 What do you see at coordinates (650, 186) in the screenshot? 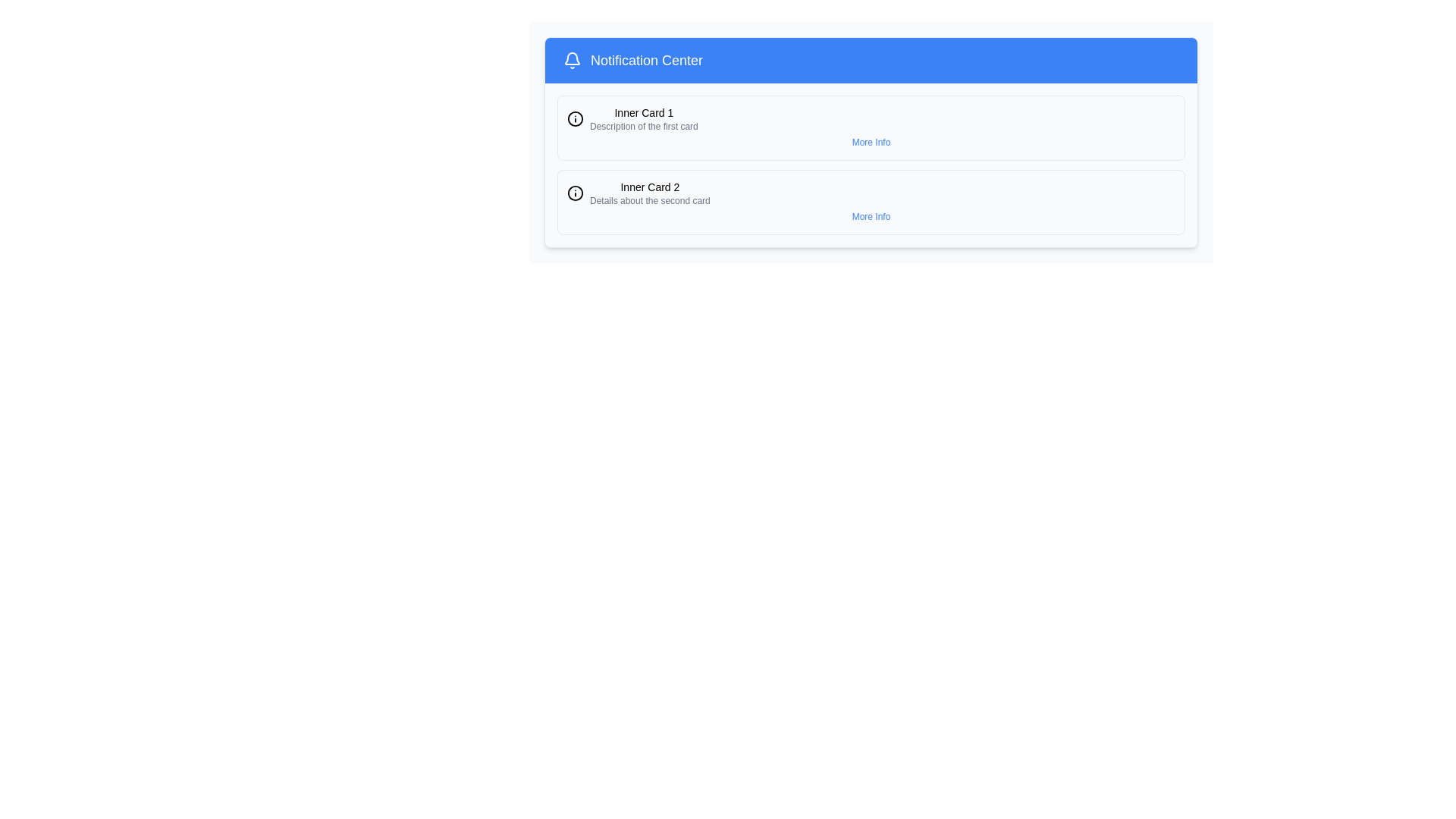
I see `the title text label that identifies the card section, located in the upper part of the card component` at bounding box center [650, 186].